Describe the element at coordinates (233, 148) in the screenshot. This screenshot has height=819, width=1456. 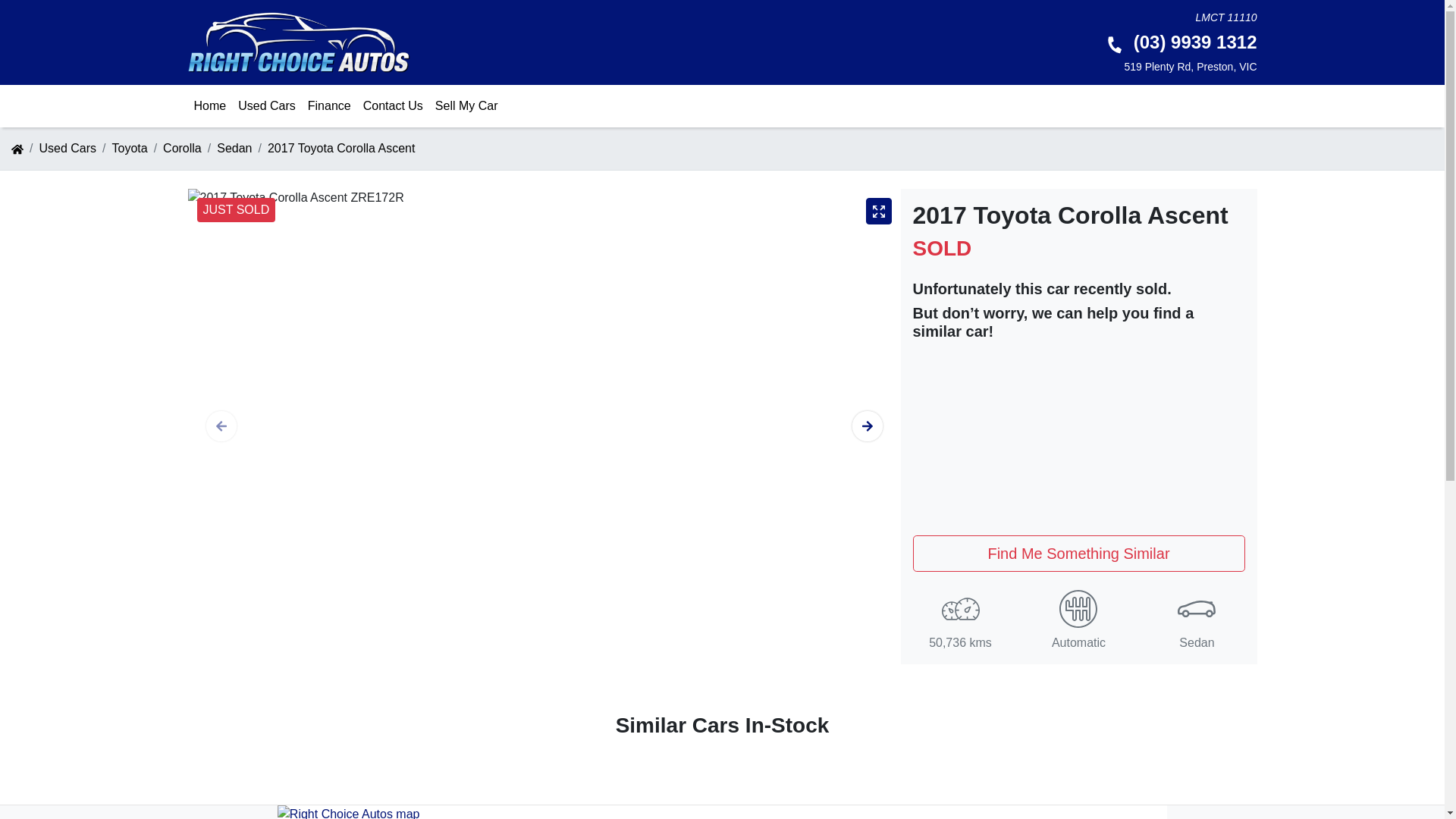
I see `'Sedan'` at that location.